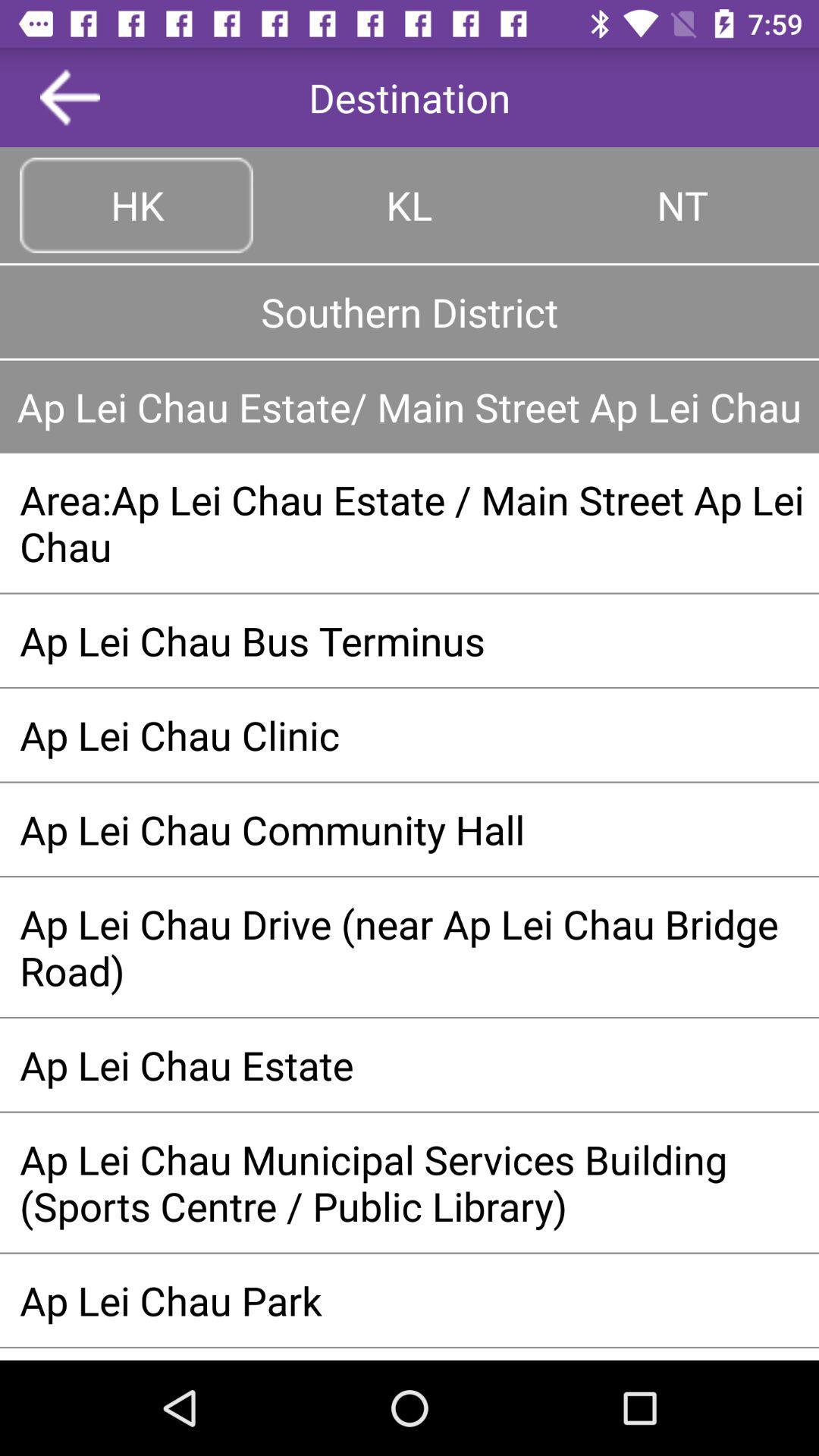 The width and height of the screenshot is (819, 1456). Describe the element at coordinates (136, 204) in the screenshot. I see `icon to the left of kl item` at that location.